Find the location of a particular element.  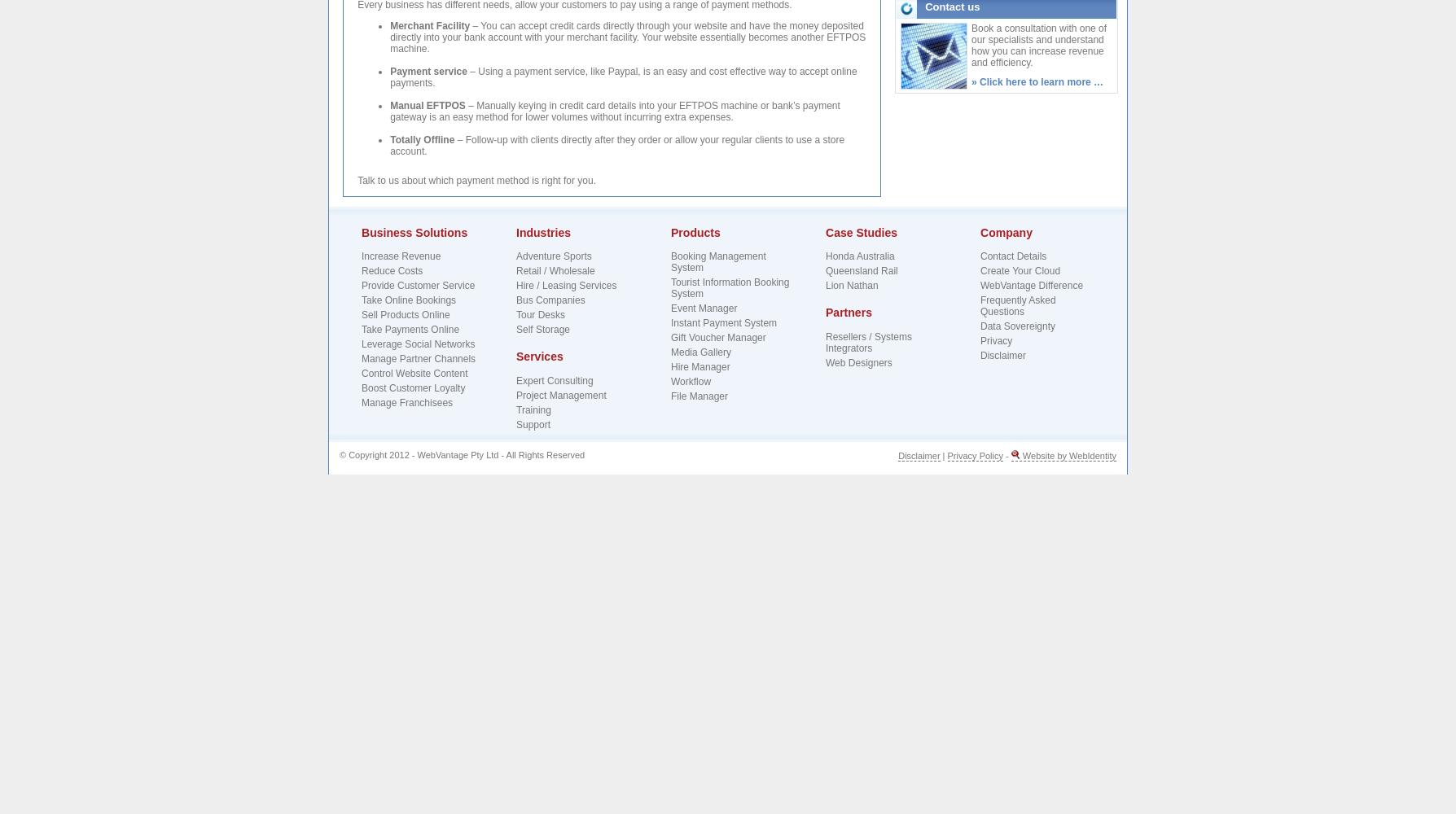

'Manage Franchisees' is located at coordinates (406, 402).